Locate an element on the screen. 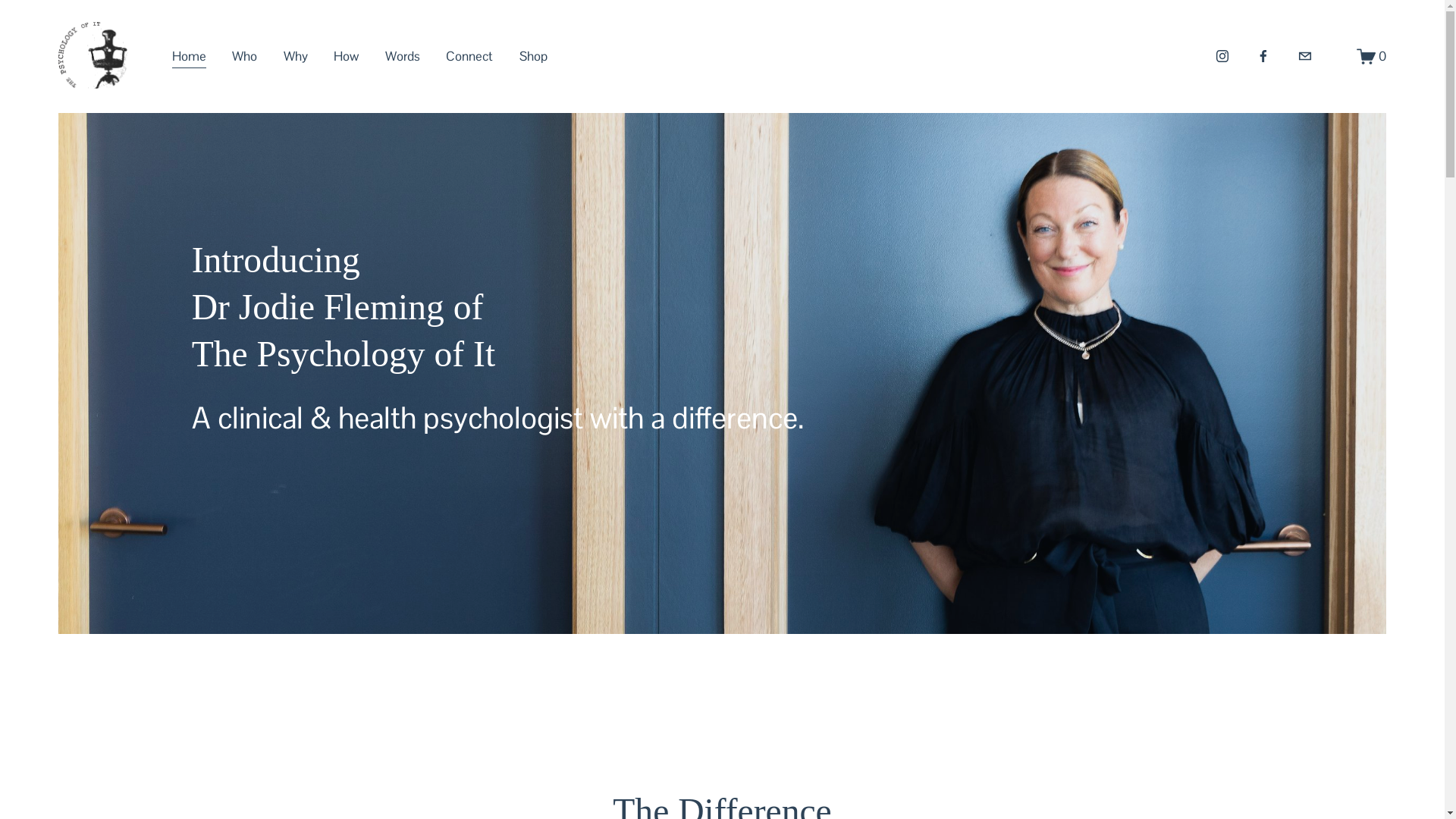 Image resolution: width=1456 pixels, height=819 pixels. '0' is located at coordinates (1372, 55).